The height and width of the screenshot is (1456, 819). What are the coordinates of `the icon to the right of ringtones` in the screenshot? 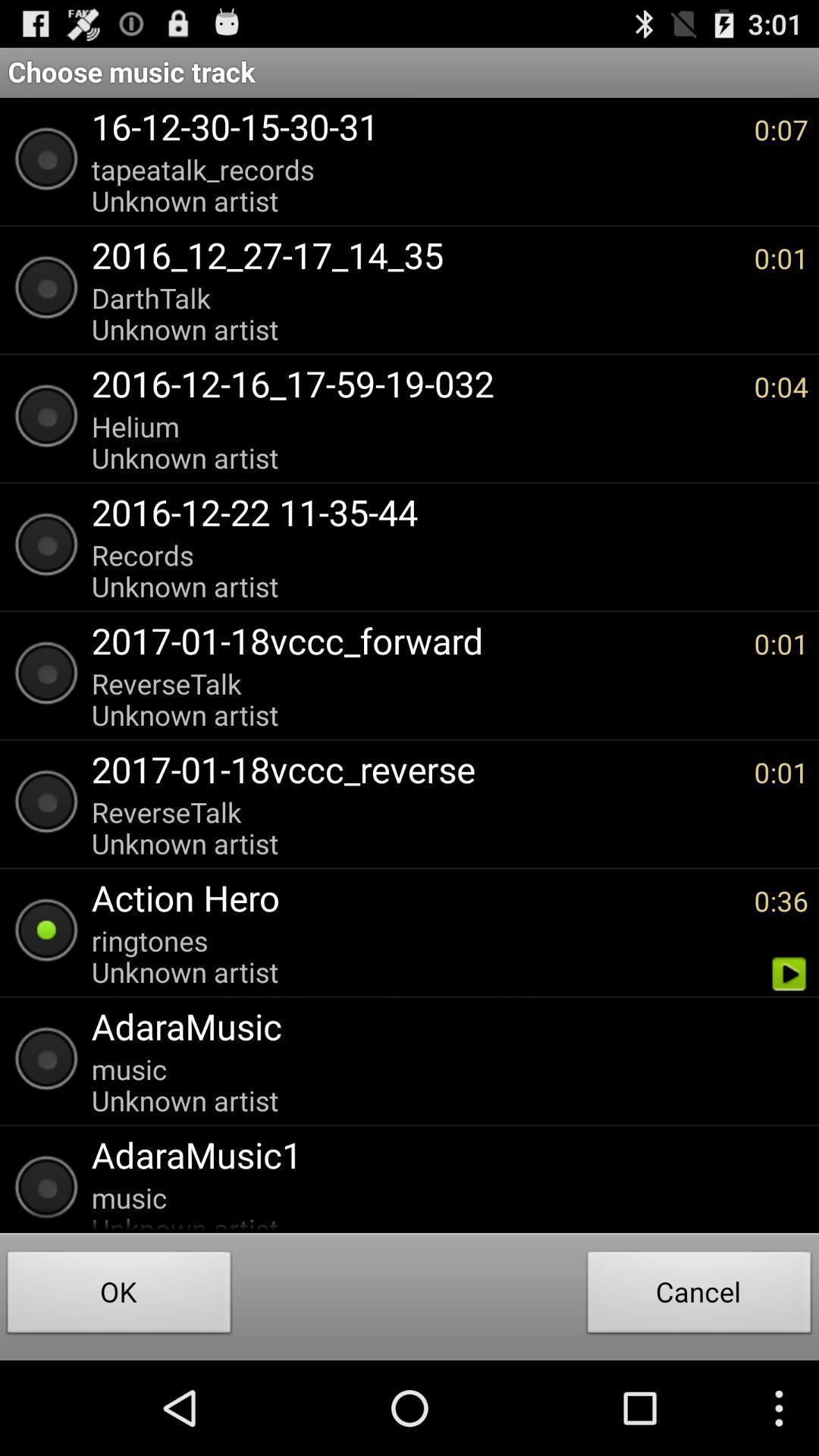 It's located at (788, 974).